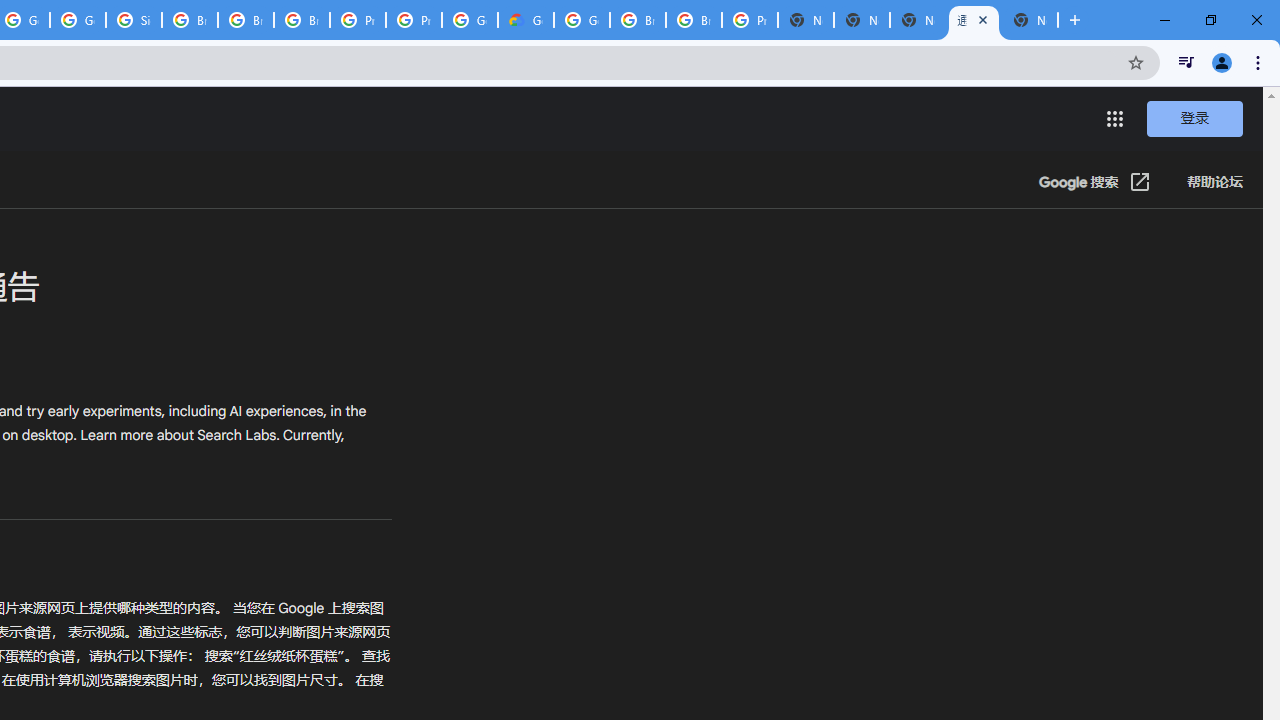  I want to click on 'Google Cloud Estimate Summary', so click(526, 20).